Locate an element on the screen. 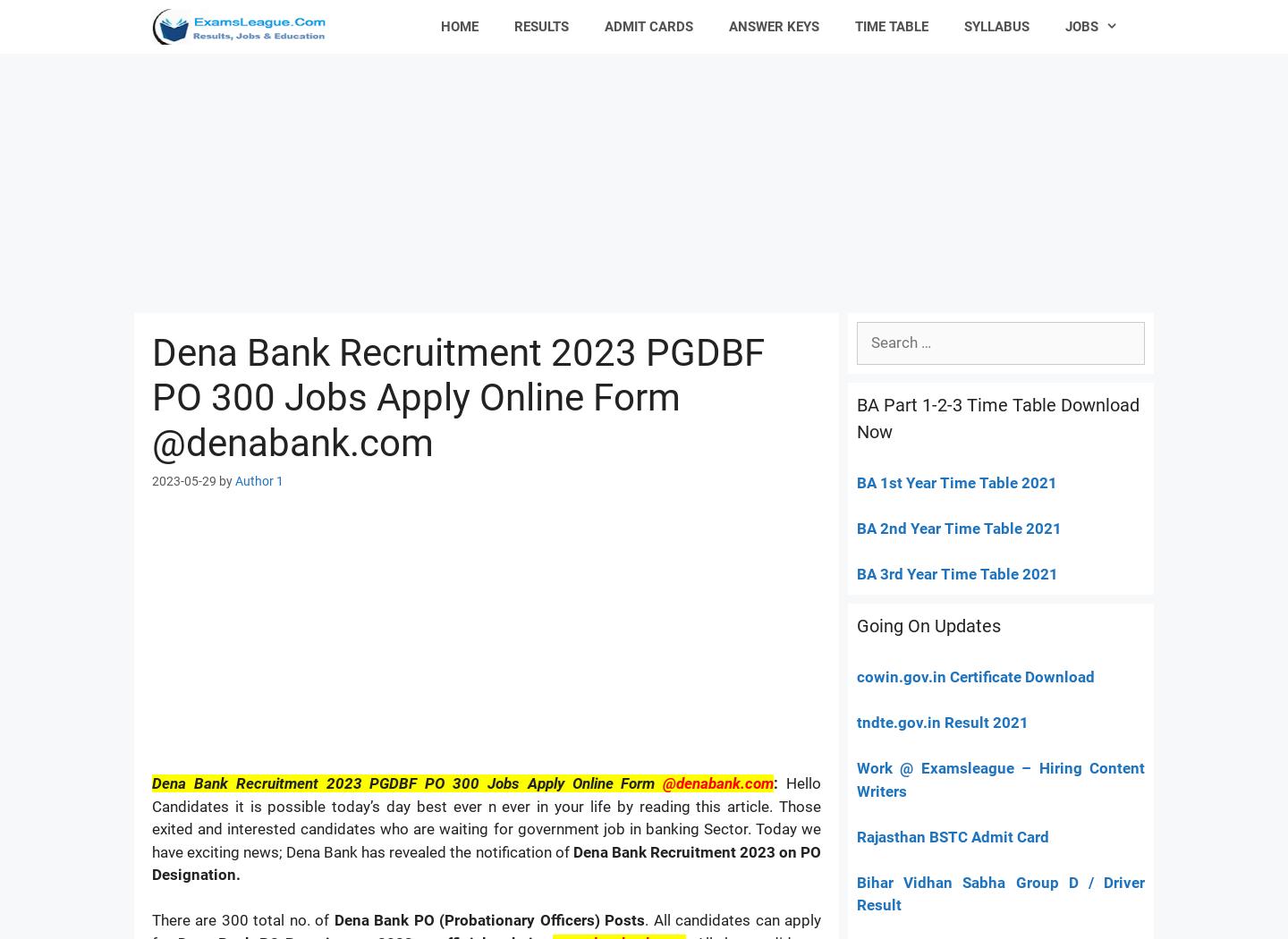 The width and height of the screenshot is (1288, 939). 'SYLLABUS' is located at coordinates (996, 27).